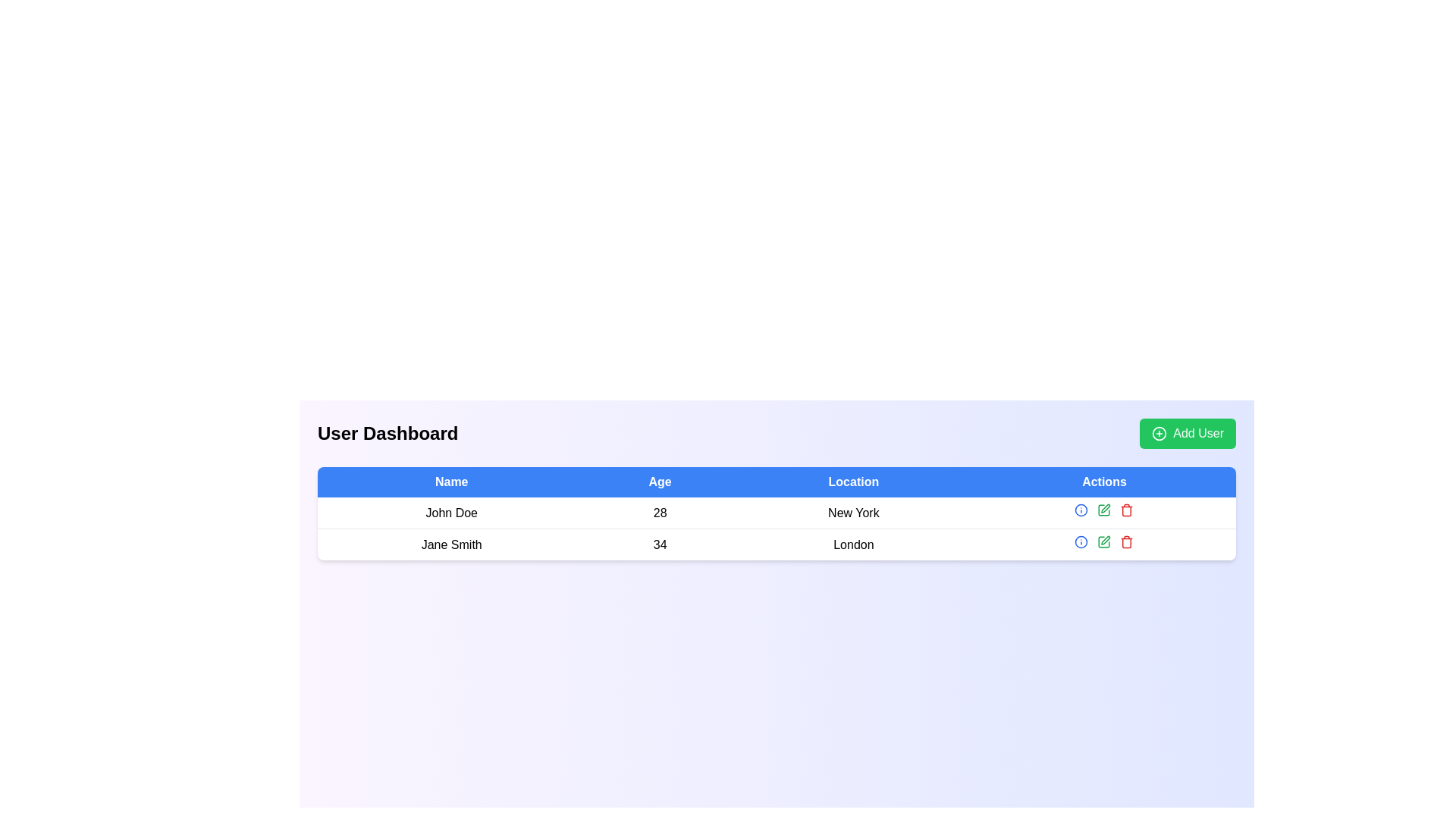 This screenshot has height=819, width=1456. I want to click on the delete button located, so click(1127, 541).